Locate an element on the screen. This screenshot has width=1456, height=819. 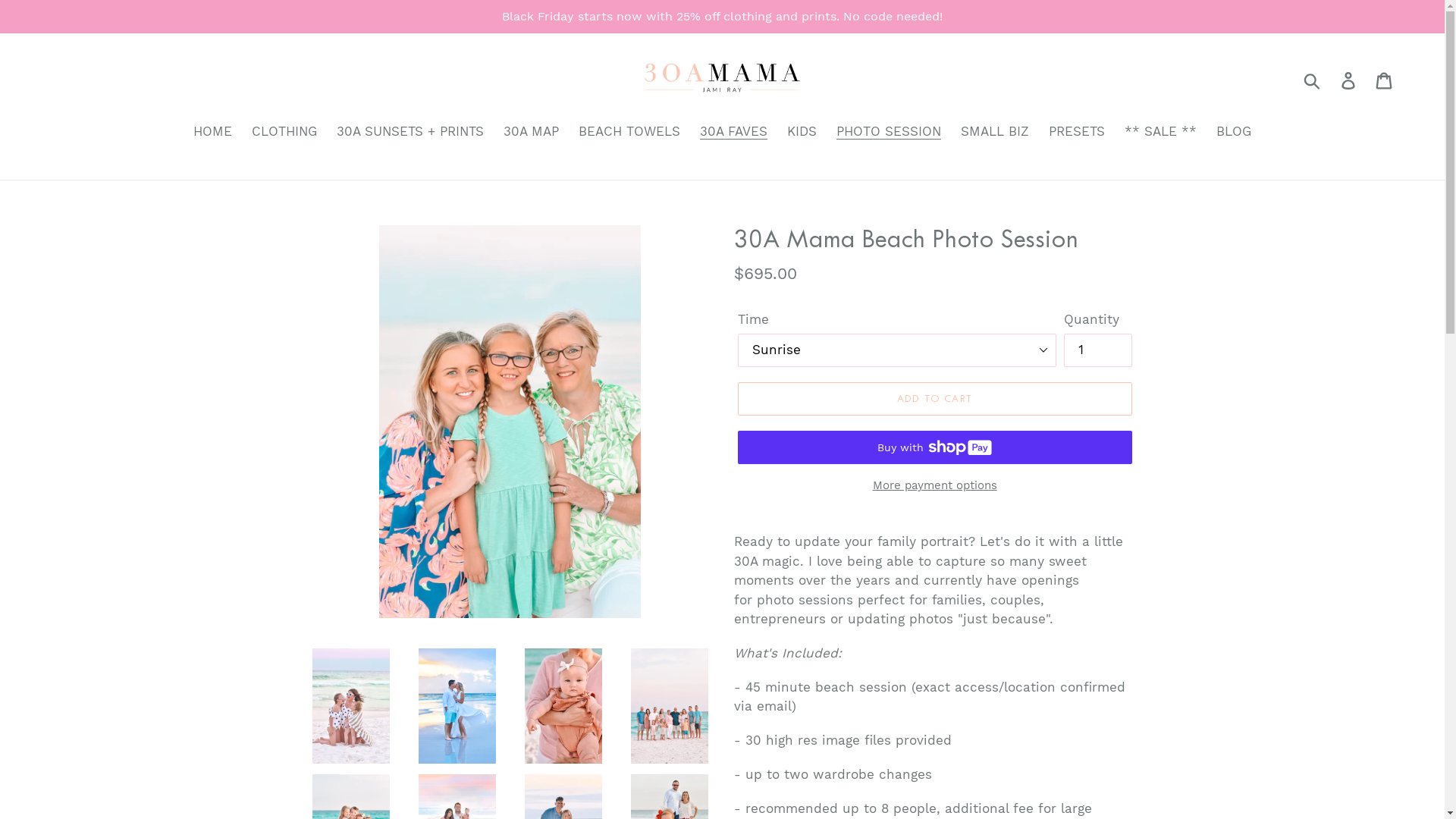
'BEACH TOWELS' is located at coordinates (629, 132).